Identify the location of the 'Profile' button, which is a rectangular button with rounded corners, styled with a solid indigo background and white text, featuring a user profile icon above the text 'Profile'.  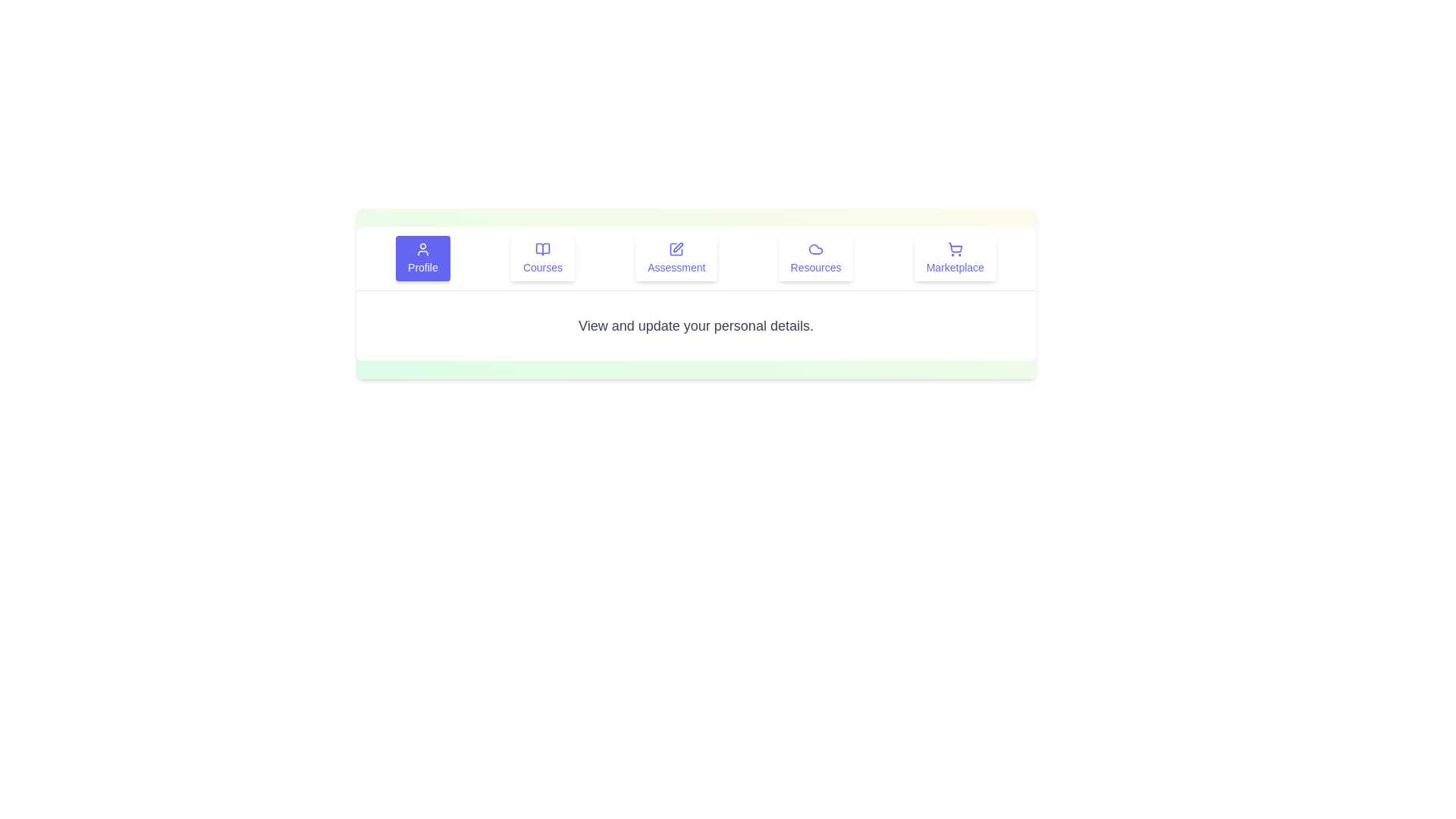
(422, 257).